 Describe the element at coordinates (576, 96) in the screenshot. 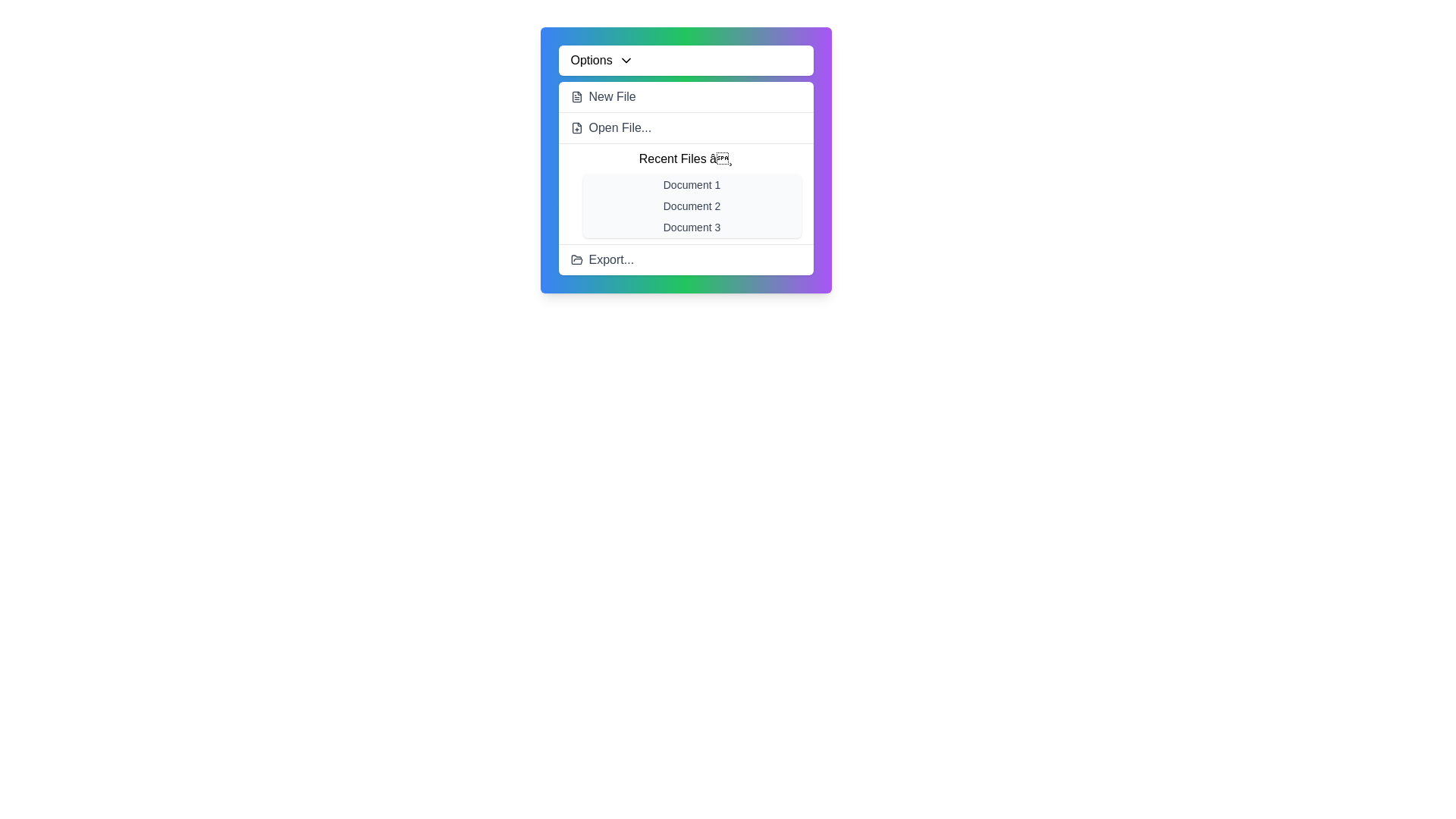

I see `the 'New File' icon, which is the first icon to the left of the text 'New File' in the dropdown menu` at that location.